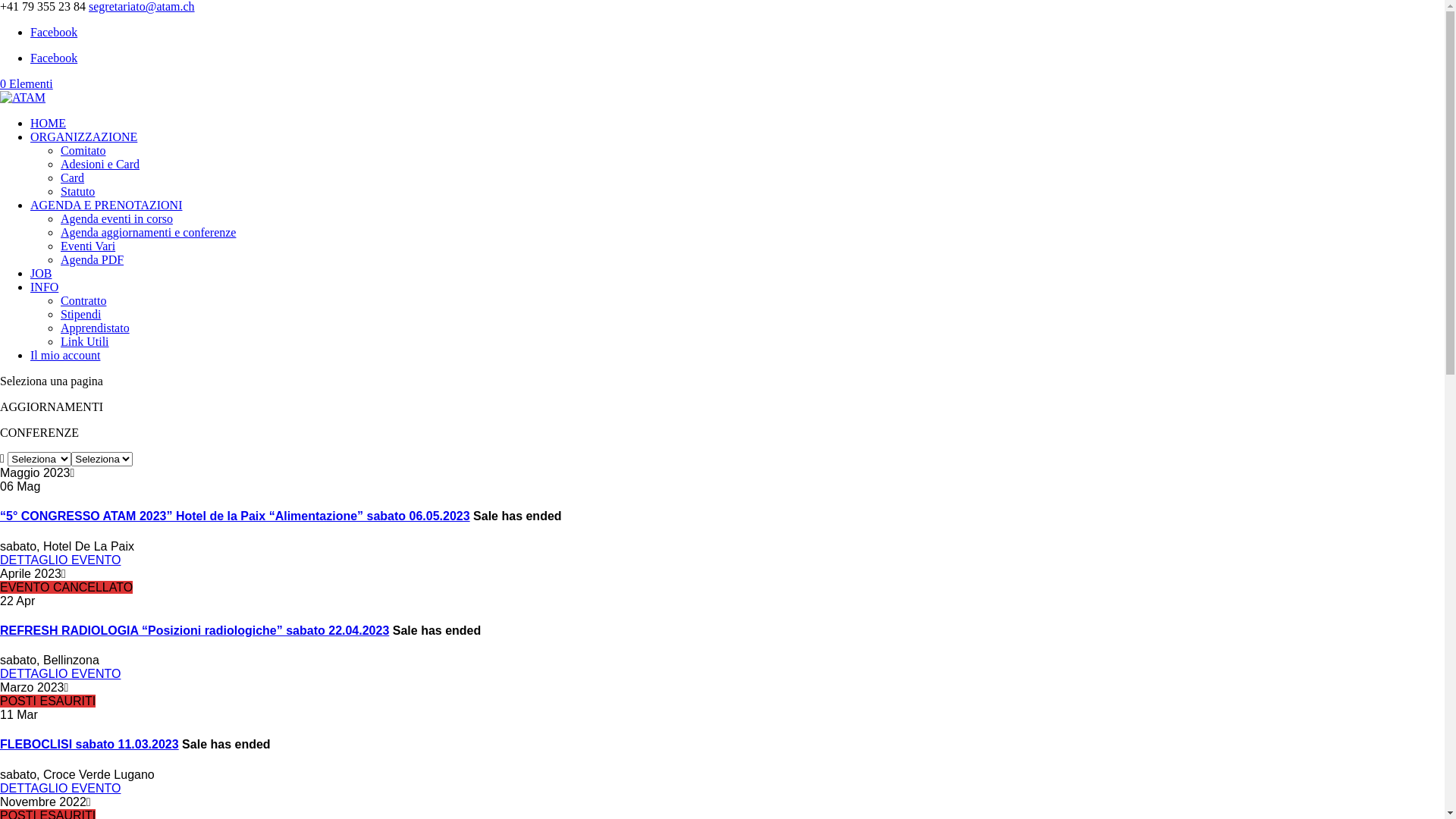  I want to click on 'Facebook', so click(54, 32).